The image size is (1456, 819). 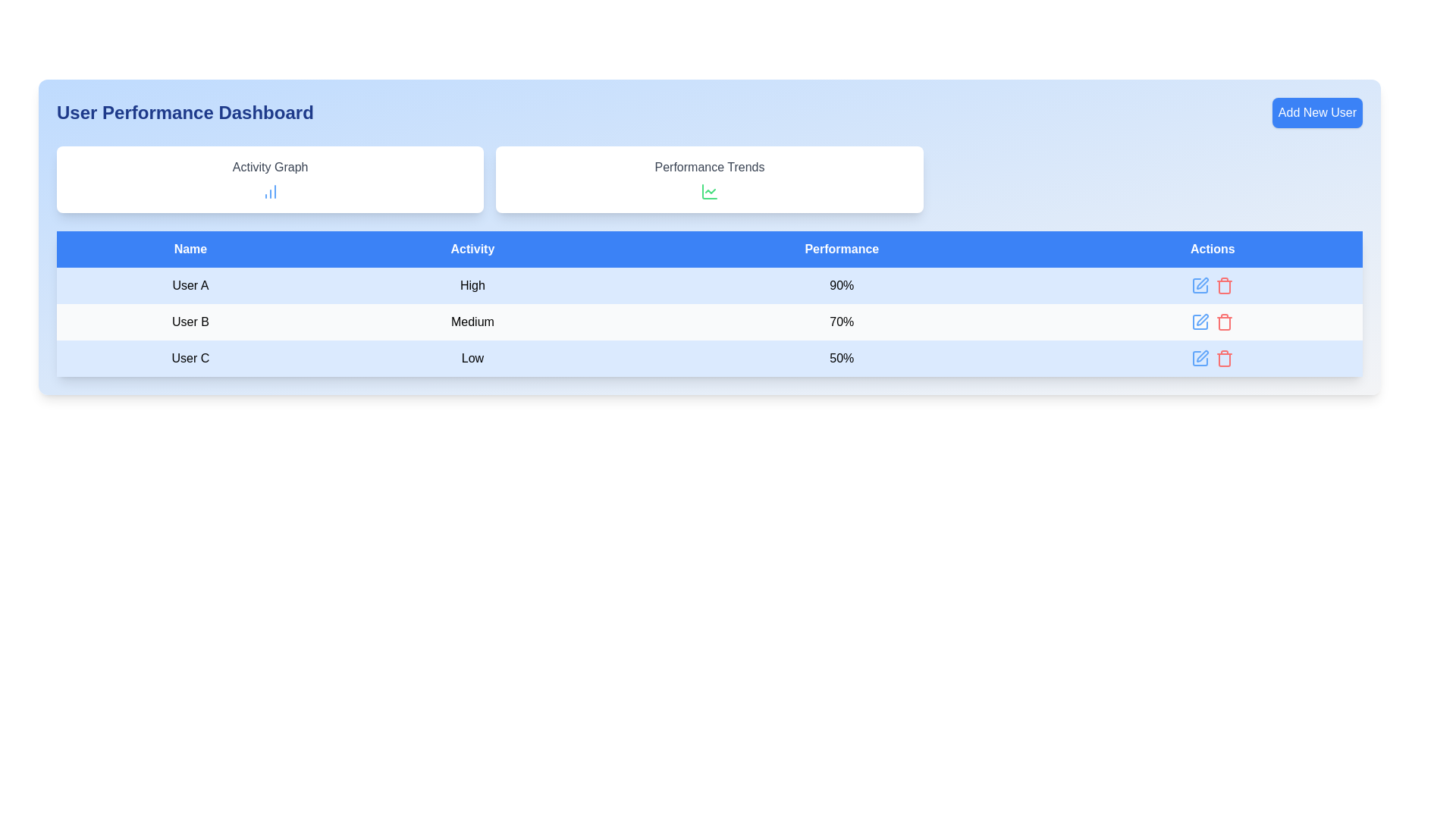 What do you see at coordinates (190, 359) in the screenshot?
I see `the static text label displaying 'User C' located in the first column of the last row in the table under the 'Name' column` at bounding box center [190, 359].